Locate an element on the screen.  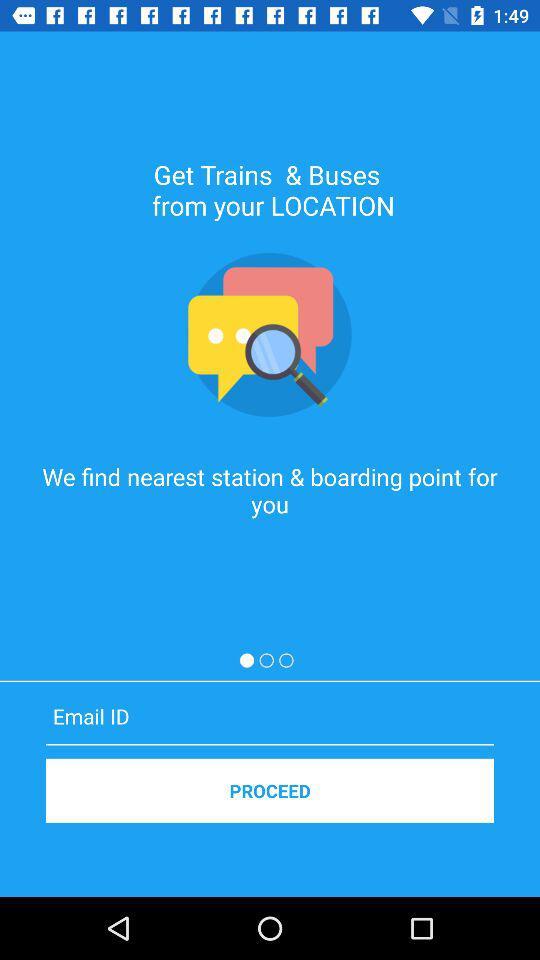
the email id is located at coordinates (270, 716).